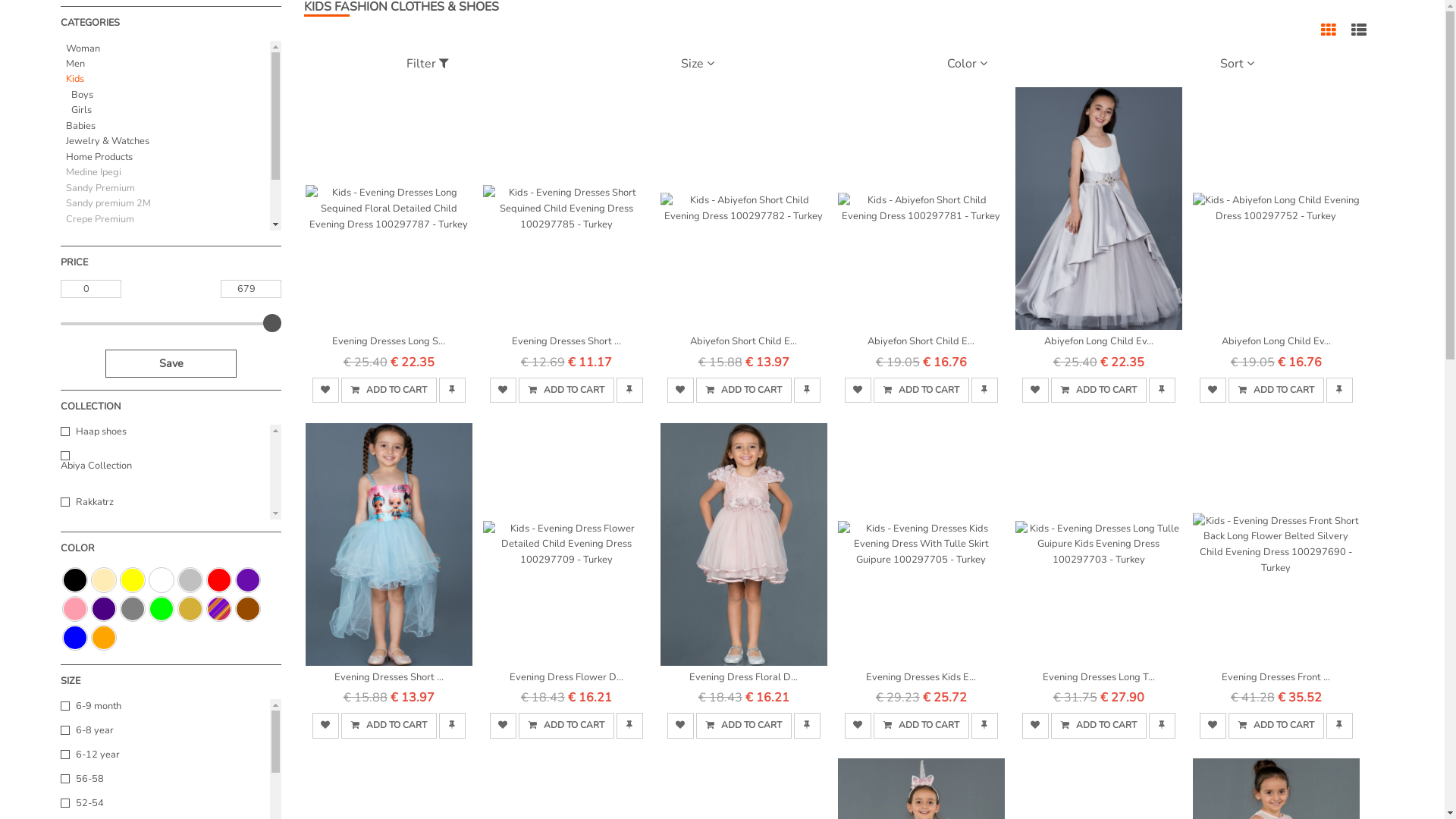  I want to click on 'Kids - Abiyefon Short Child Evening Dress 100297781 - Turkey', so click(920, 209).